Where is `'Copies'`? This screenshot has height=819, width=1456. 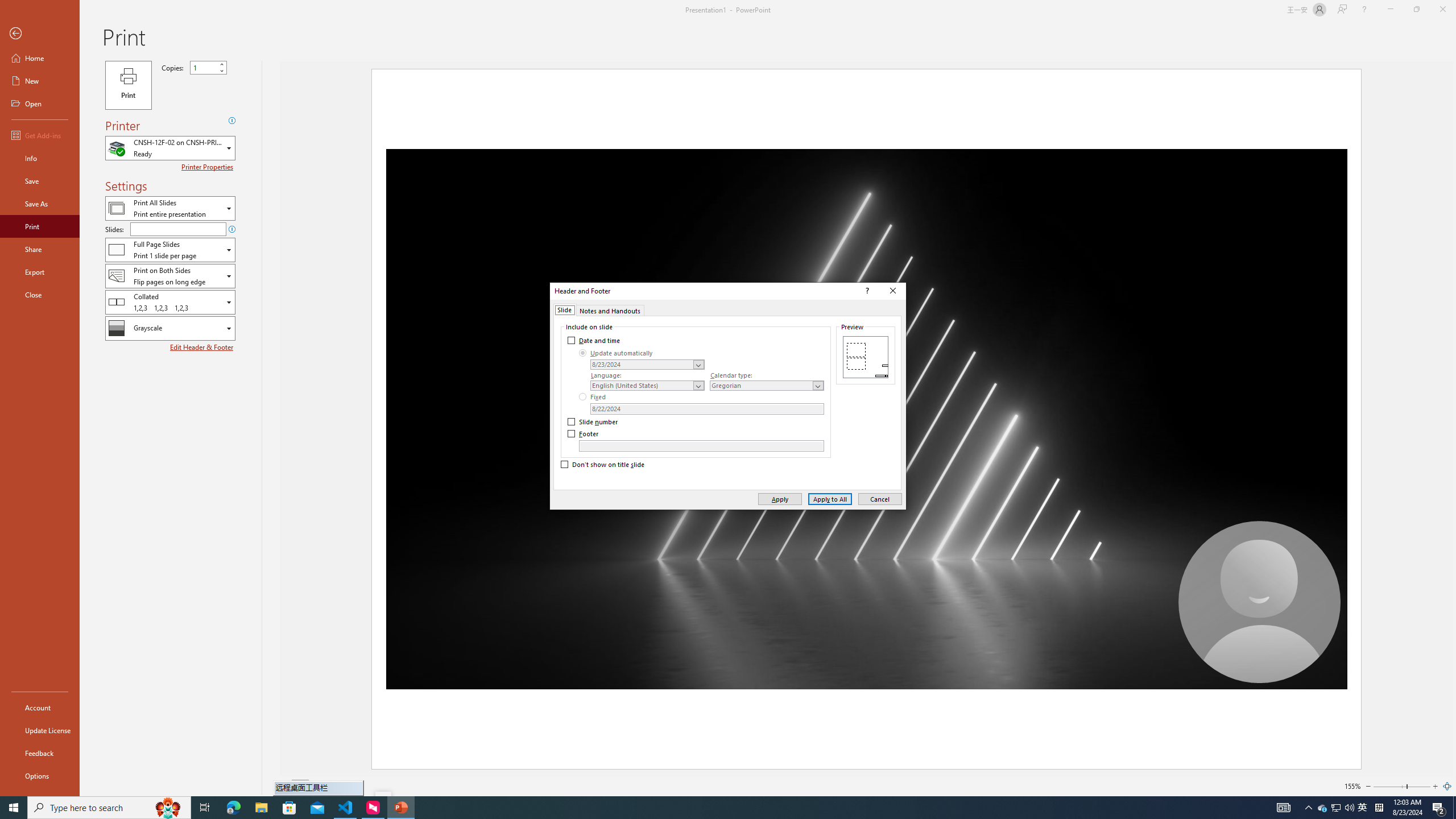 'Copies' is located at coordinates (204, 67).